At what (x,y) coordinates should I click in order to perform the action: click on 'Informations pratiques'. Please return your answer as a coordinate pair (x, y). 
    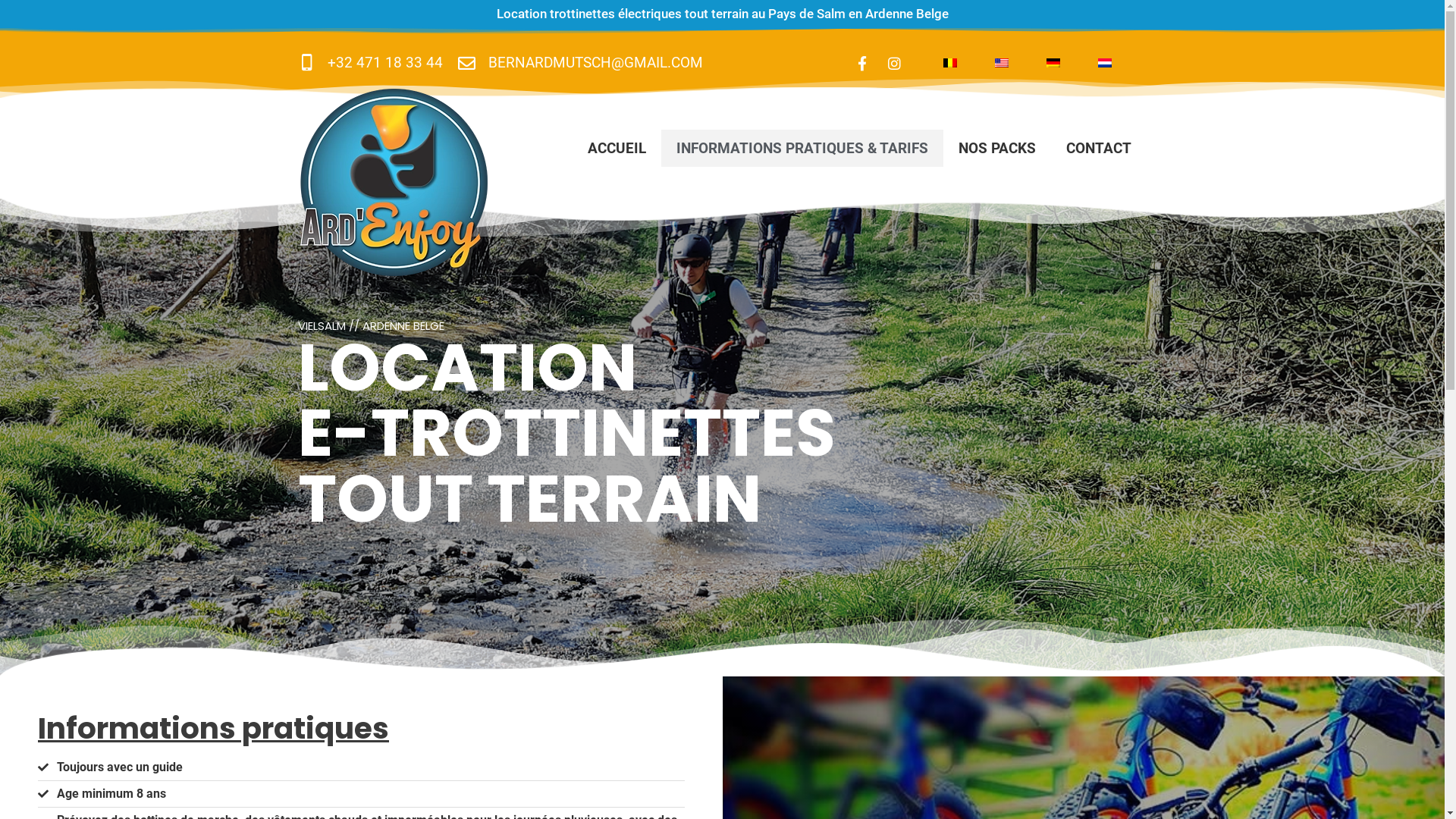
    Looking at the image, I should click on (212, 727).